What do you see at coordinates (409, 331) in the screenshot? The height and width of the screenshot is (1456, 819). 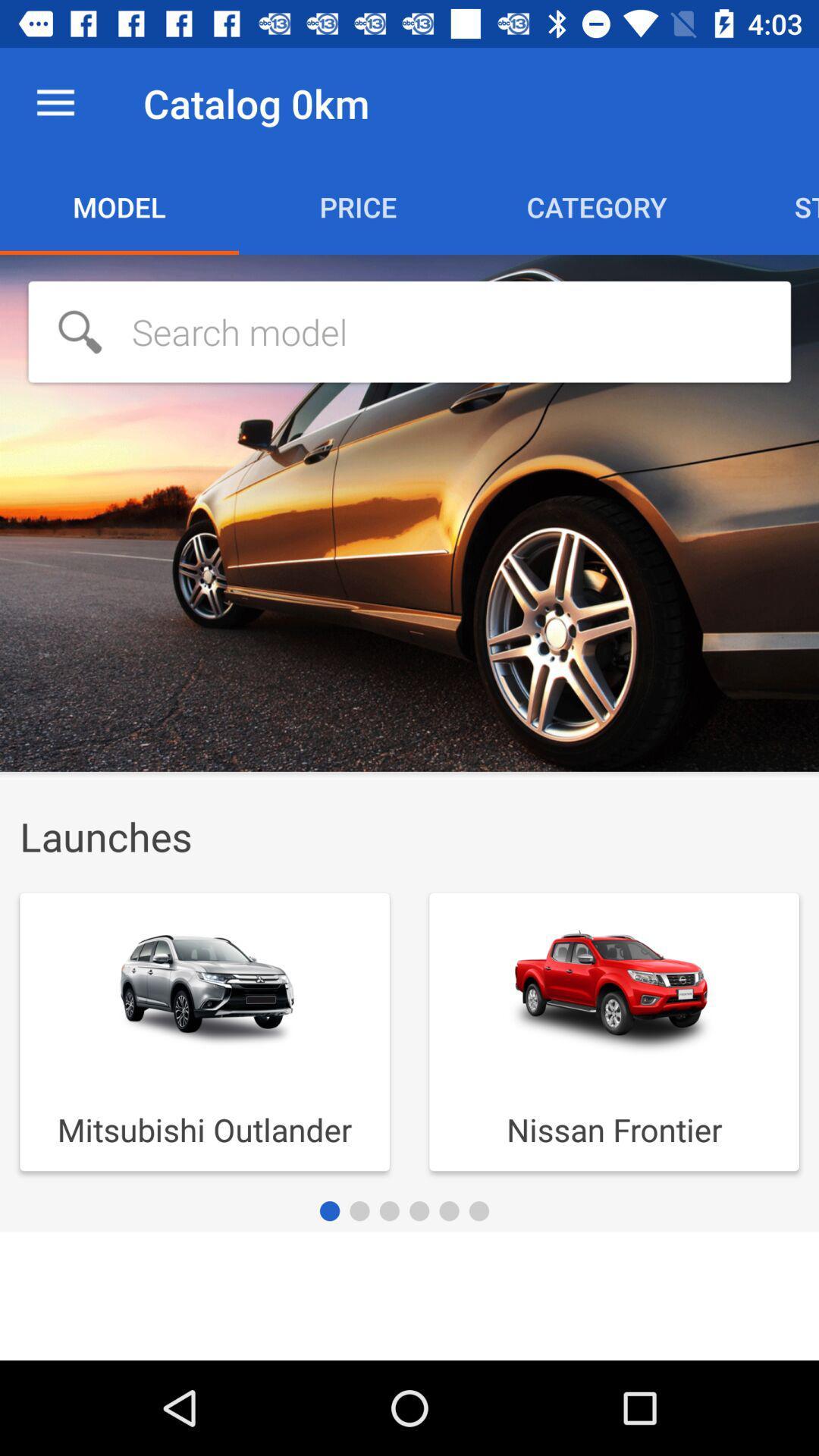 I see `search input box` at bounding box center [409, 331].